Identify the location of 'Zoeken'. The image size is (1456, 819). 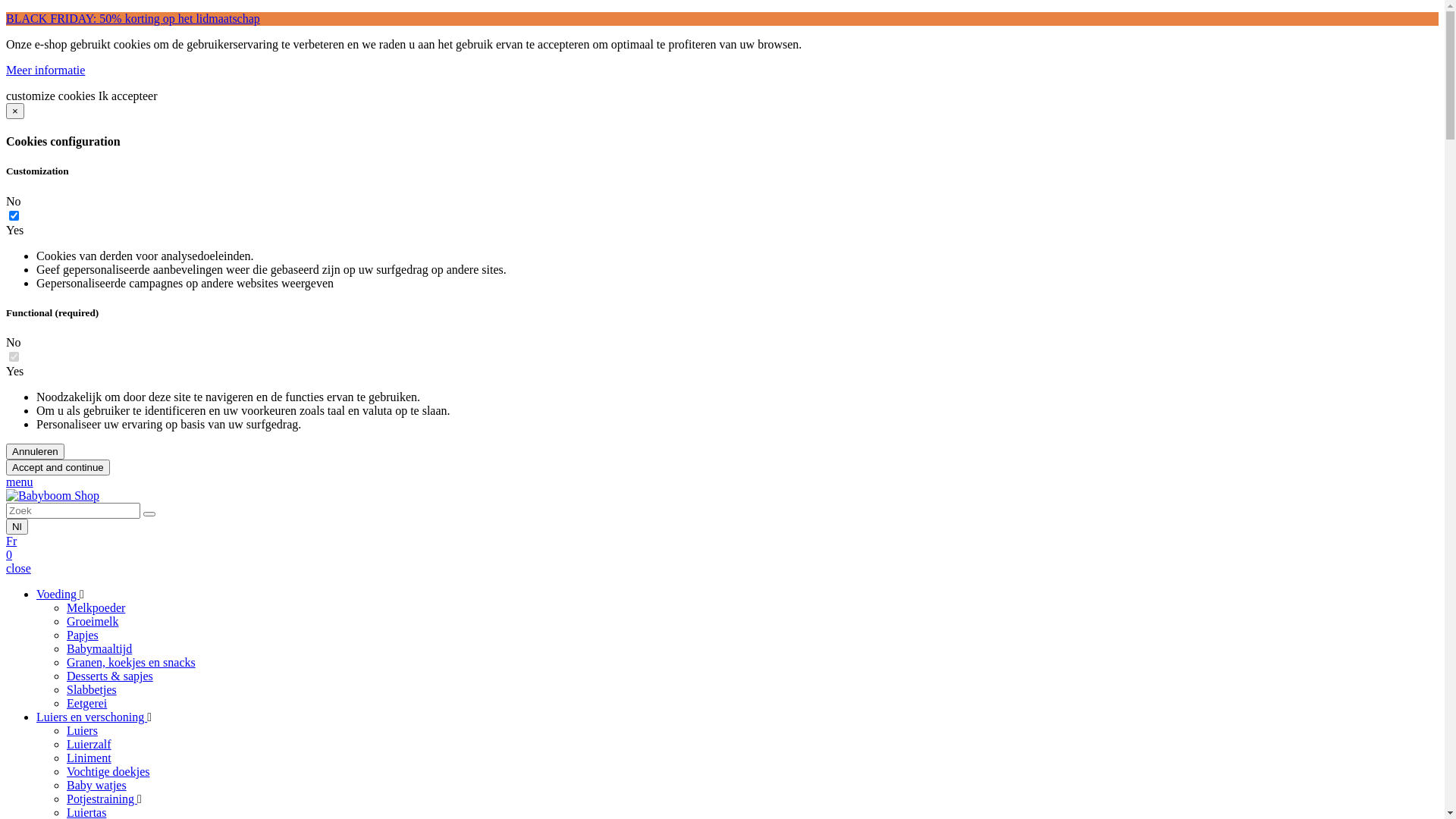
(149, 513).